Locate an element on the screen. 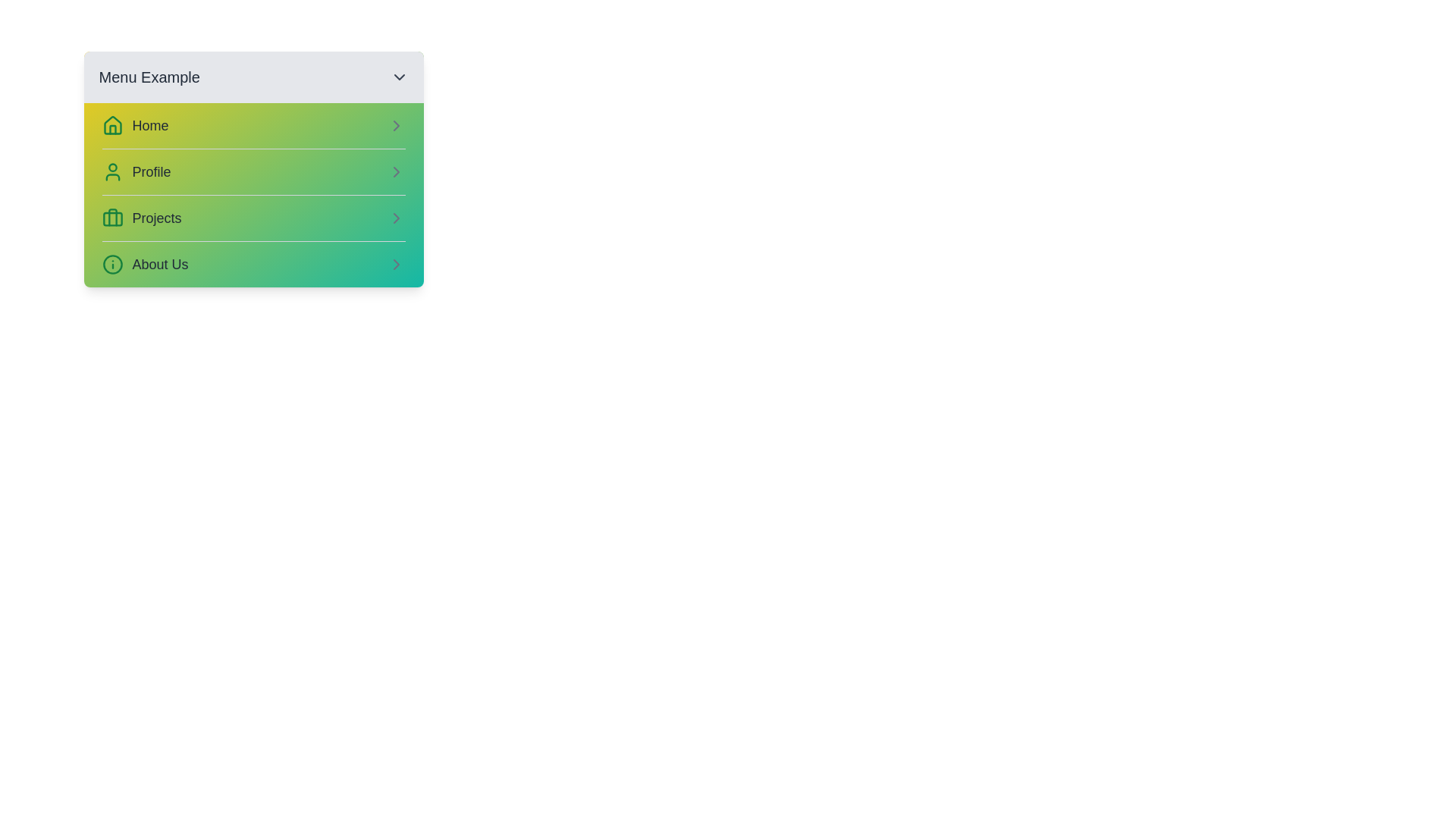 The height and width of the screenshot is (819, 1456). the menu item Profile is located at coordinates (253, 171).